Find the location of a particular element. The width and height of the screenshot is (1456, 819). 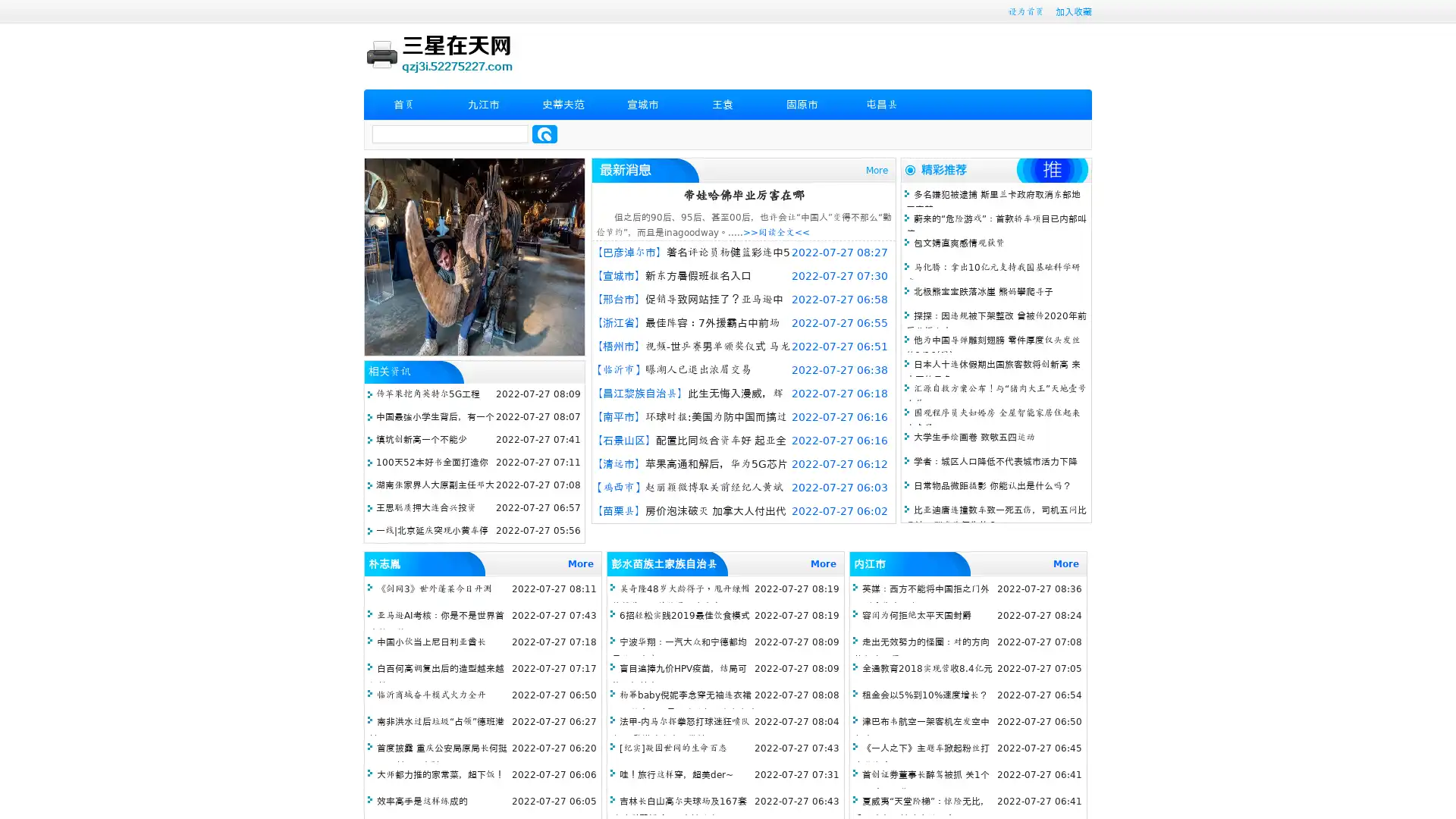

Search is located at coordinates (544, 133).